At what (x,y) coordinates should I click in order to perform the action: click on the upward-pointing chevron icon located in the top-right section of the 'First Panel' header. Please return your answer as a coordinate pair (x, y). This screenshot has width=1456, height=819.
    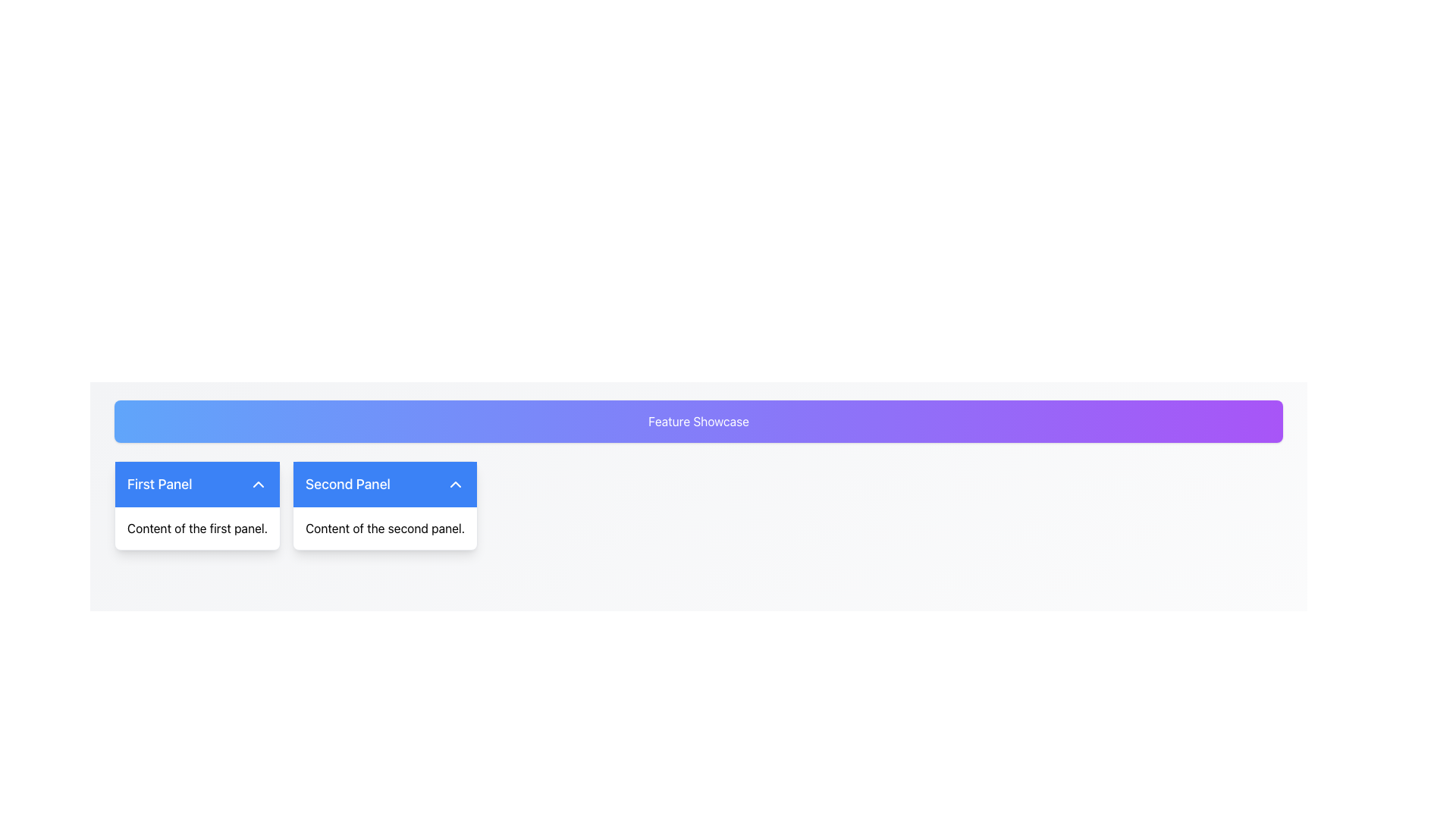
    Looking at the image, I should click on (258, 485).